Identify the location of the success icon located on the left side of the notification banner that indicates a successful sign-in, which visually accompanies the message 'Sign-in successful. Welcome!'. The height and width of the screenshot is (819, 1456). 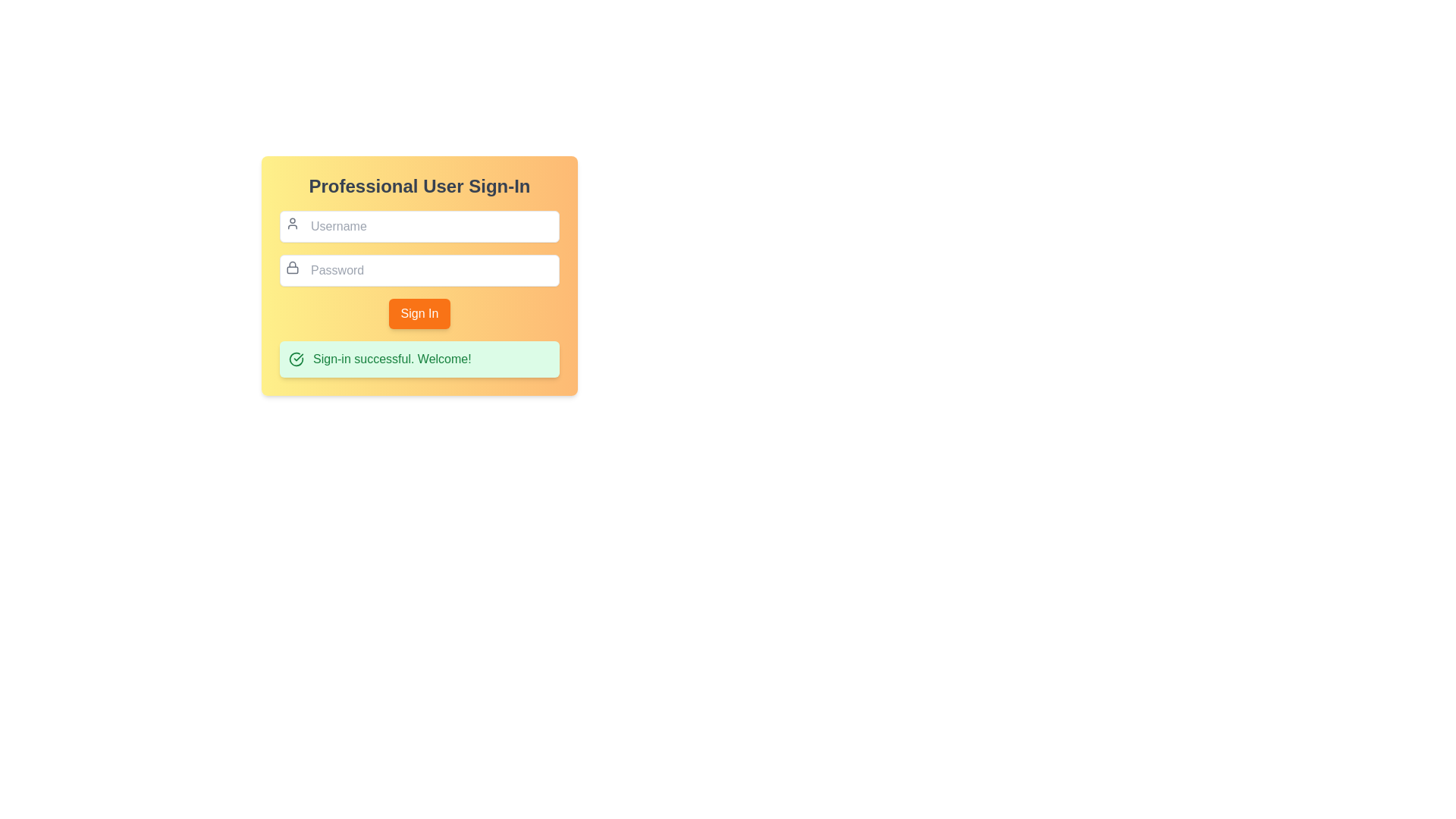
(296, 359).